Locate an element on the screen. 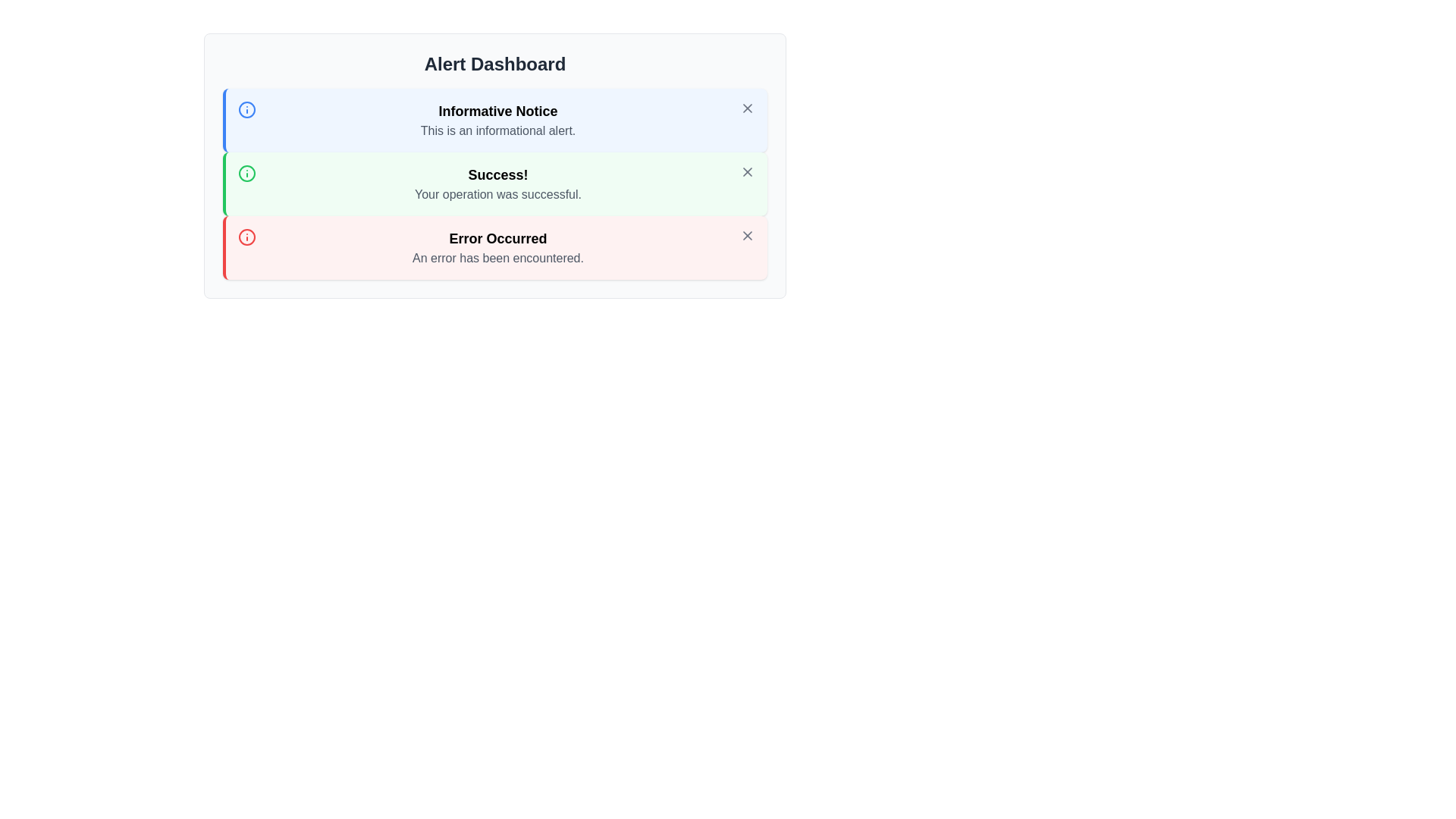 This screenshot has height=819, width=1456. success message from the text block that displays 'Success!' and 'Your operation was successful.' in a green-themed notification component is located at coordinates (498, 184).